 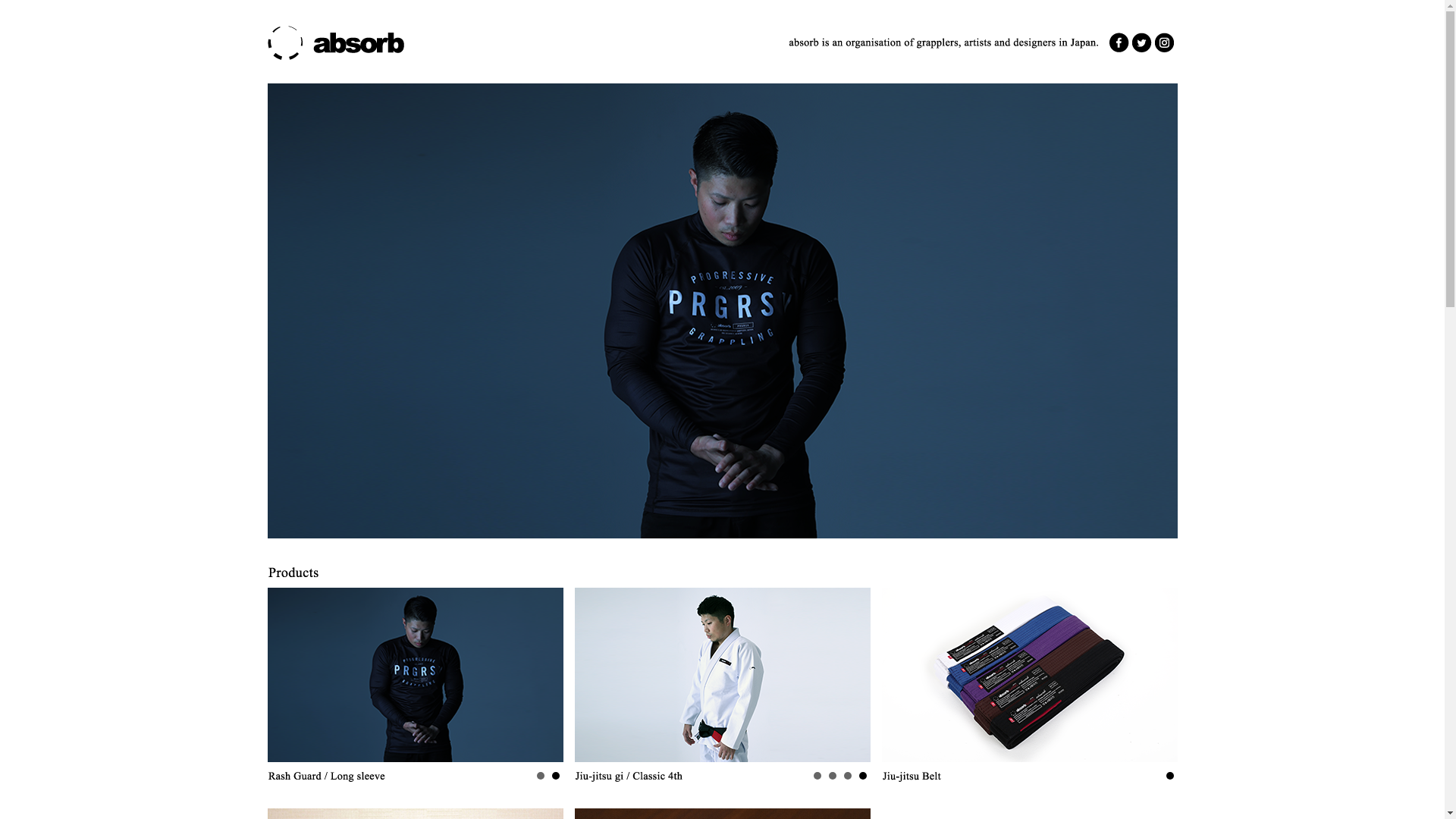 I want to click on 'Next', so click(x=851, y=674).